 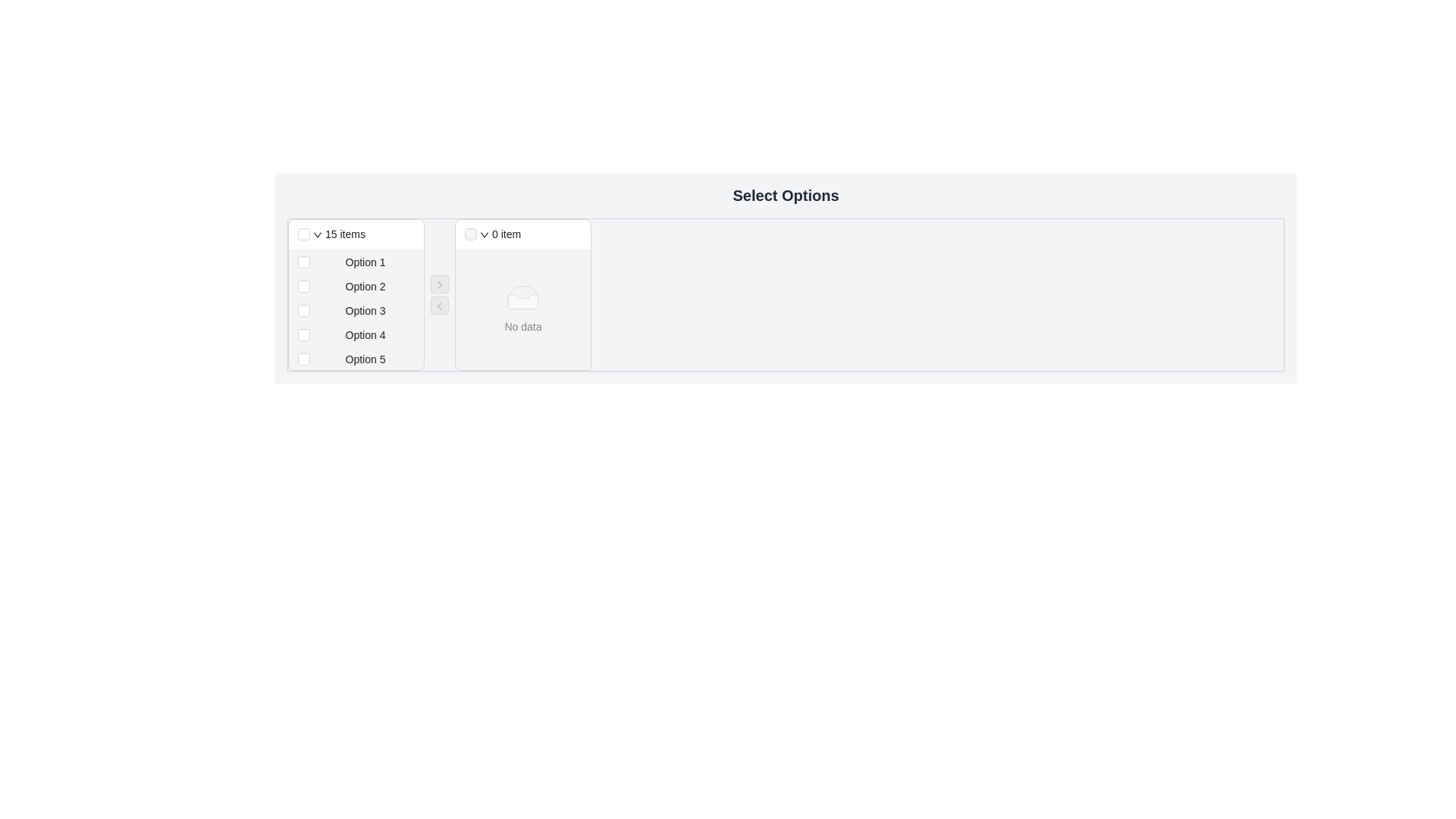 I want to click on the downward-facing arrow icon located in the top-left section of the list header displaying '15 items', so click(x=316, y=234).